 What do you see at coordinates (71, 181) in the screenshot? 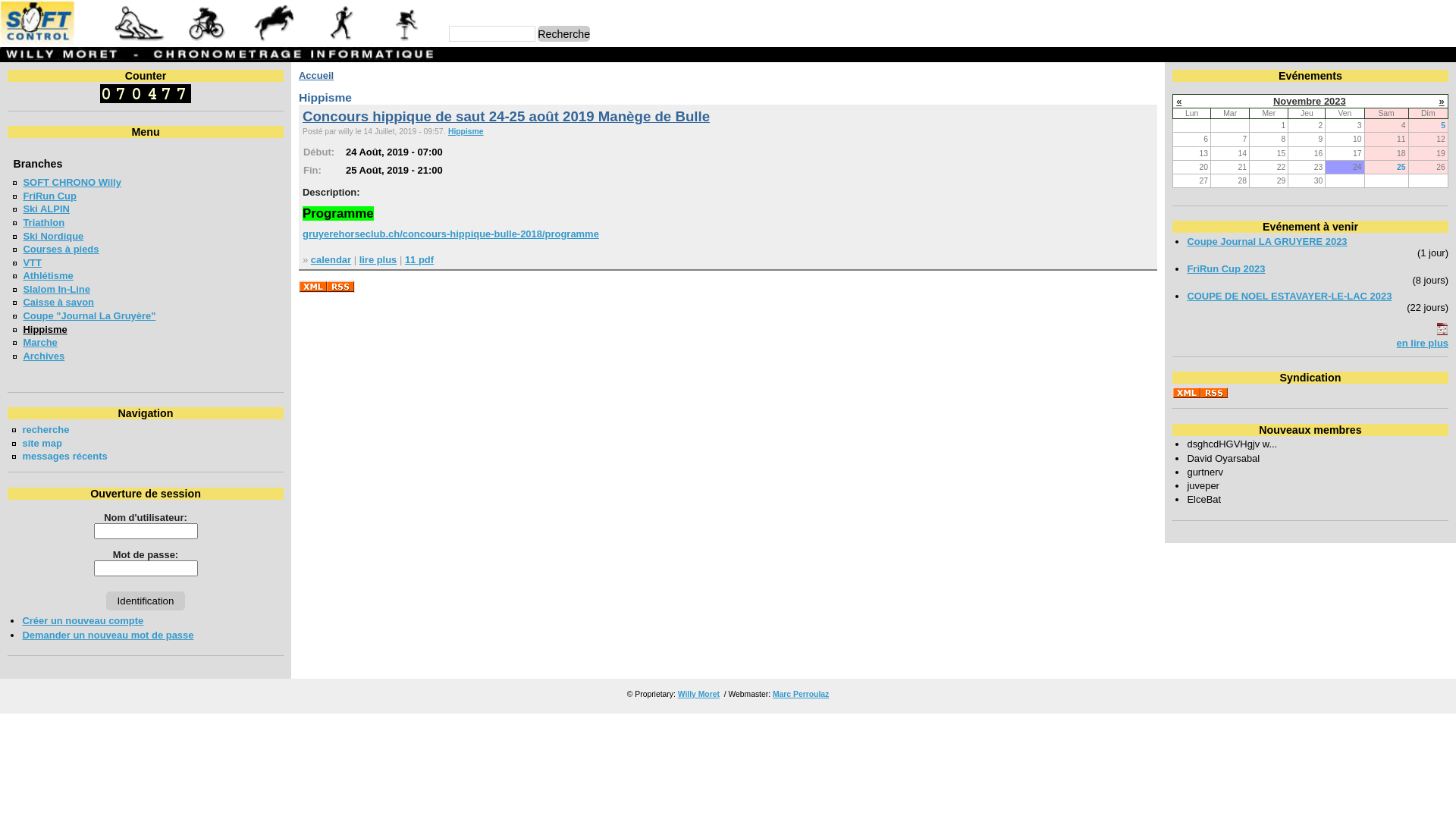
I see `'SOFT CHRONO Willy'` at bounding box center [71, 181].